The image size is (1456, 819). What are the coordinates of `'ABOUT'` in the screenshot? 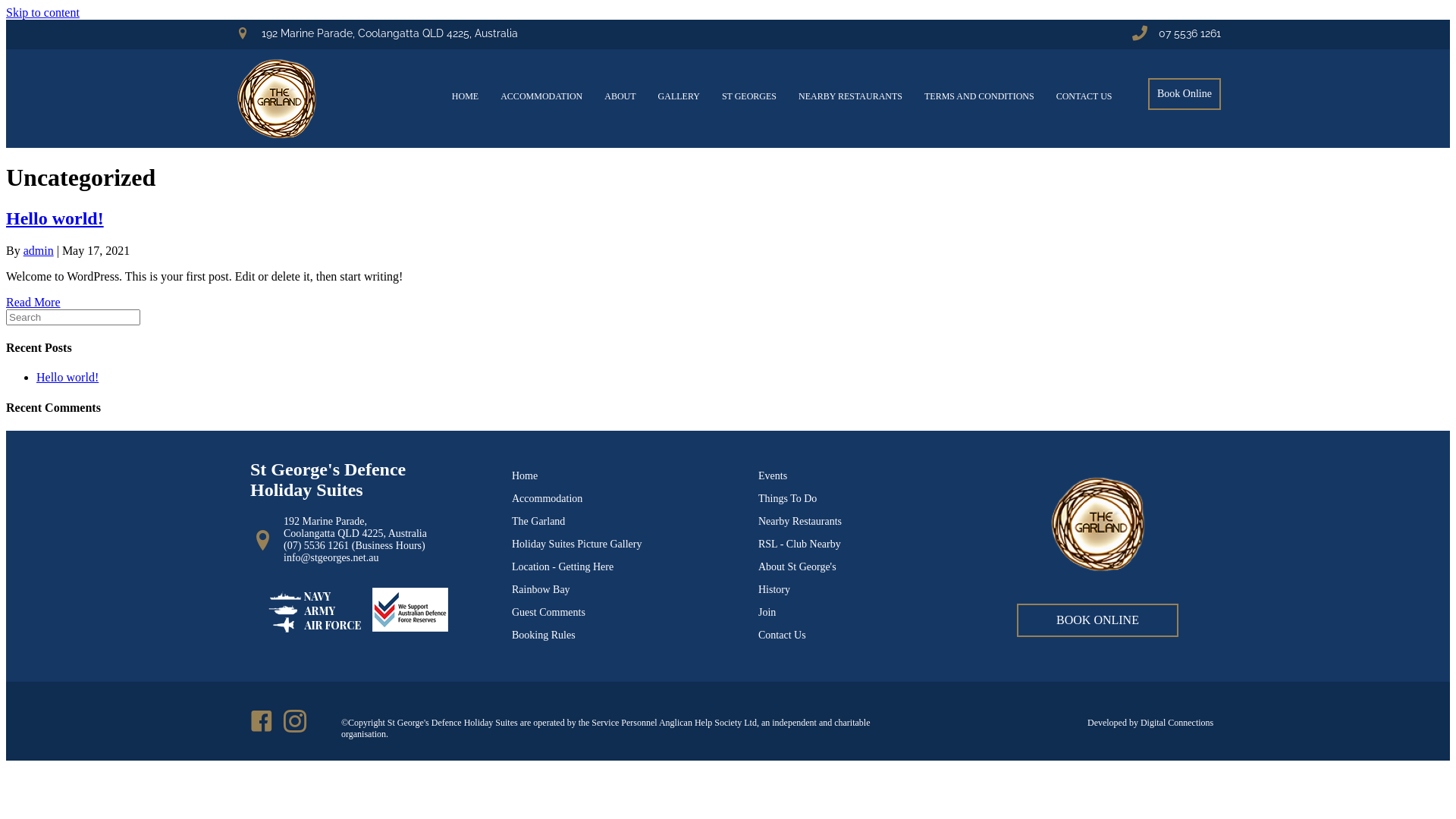 It's located at (592, 96).